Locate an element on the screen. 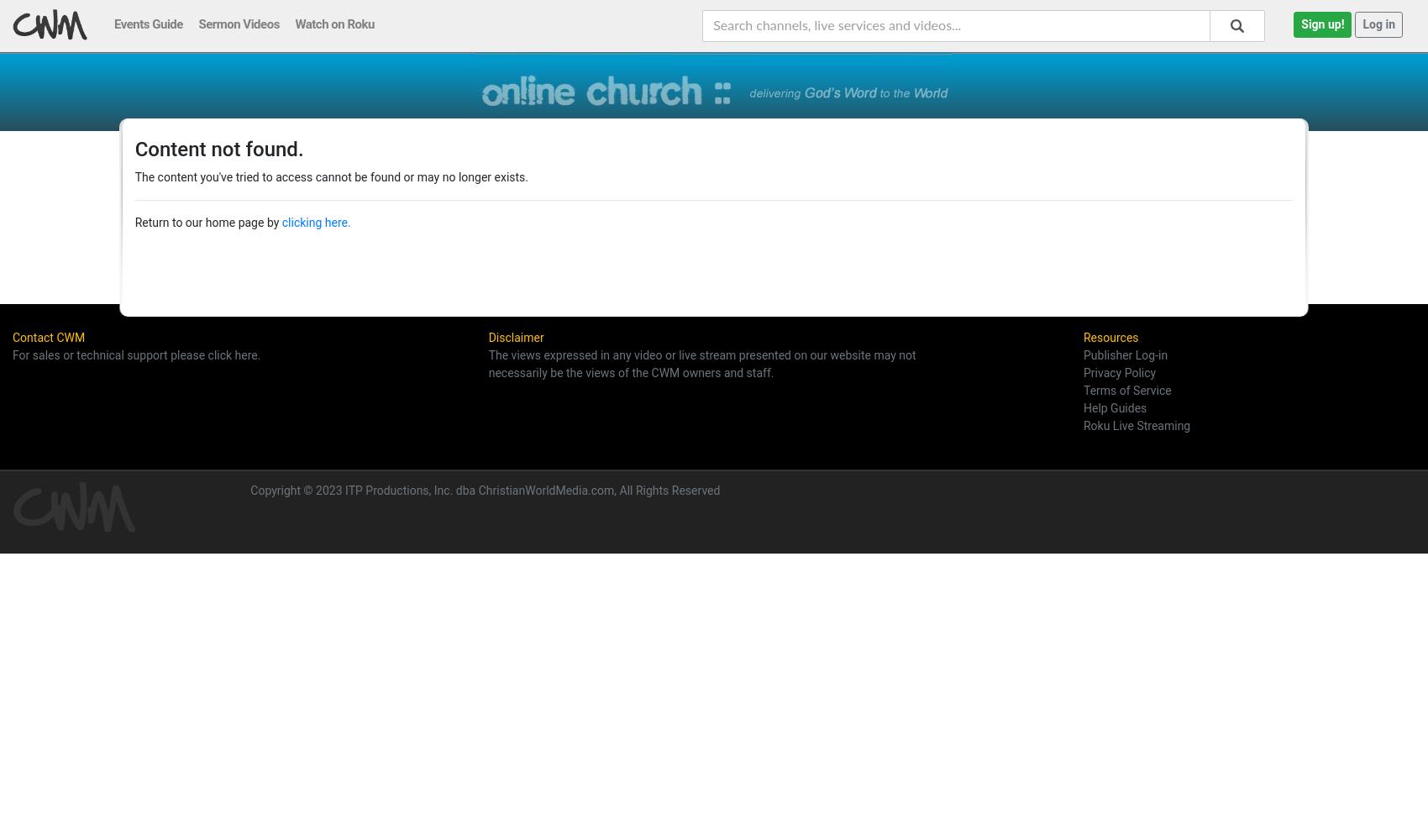  'Log in' is located at coordinates (1378, 24).